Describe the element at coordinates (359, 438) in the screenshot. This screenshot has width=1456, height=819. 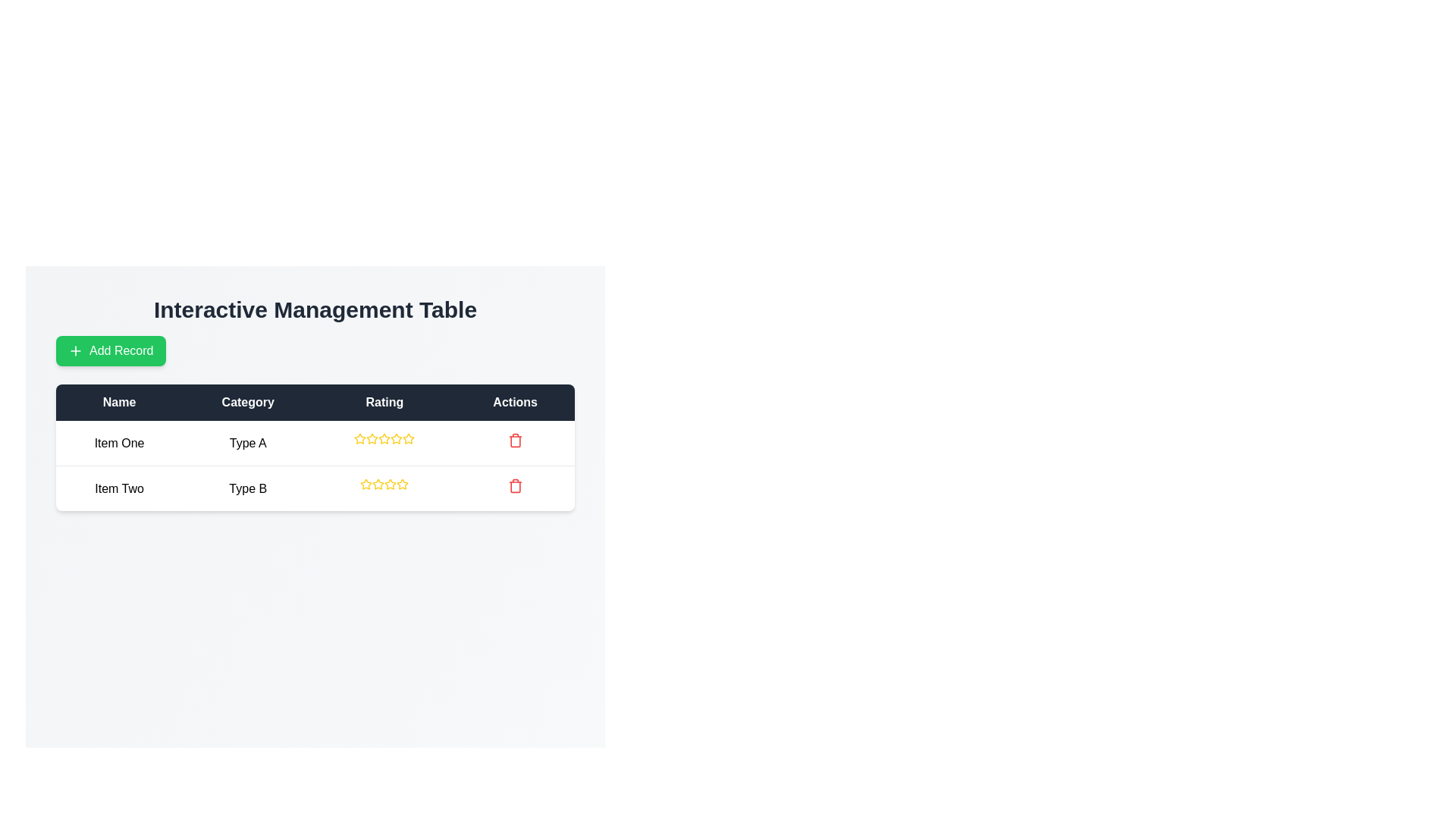
I see `the first Rating Star Icon under the 'Rating' column for 'Item One'` at that location.